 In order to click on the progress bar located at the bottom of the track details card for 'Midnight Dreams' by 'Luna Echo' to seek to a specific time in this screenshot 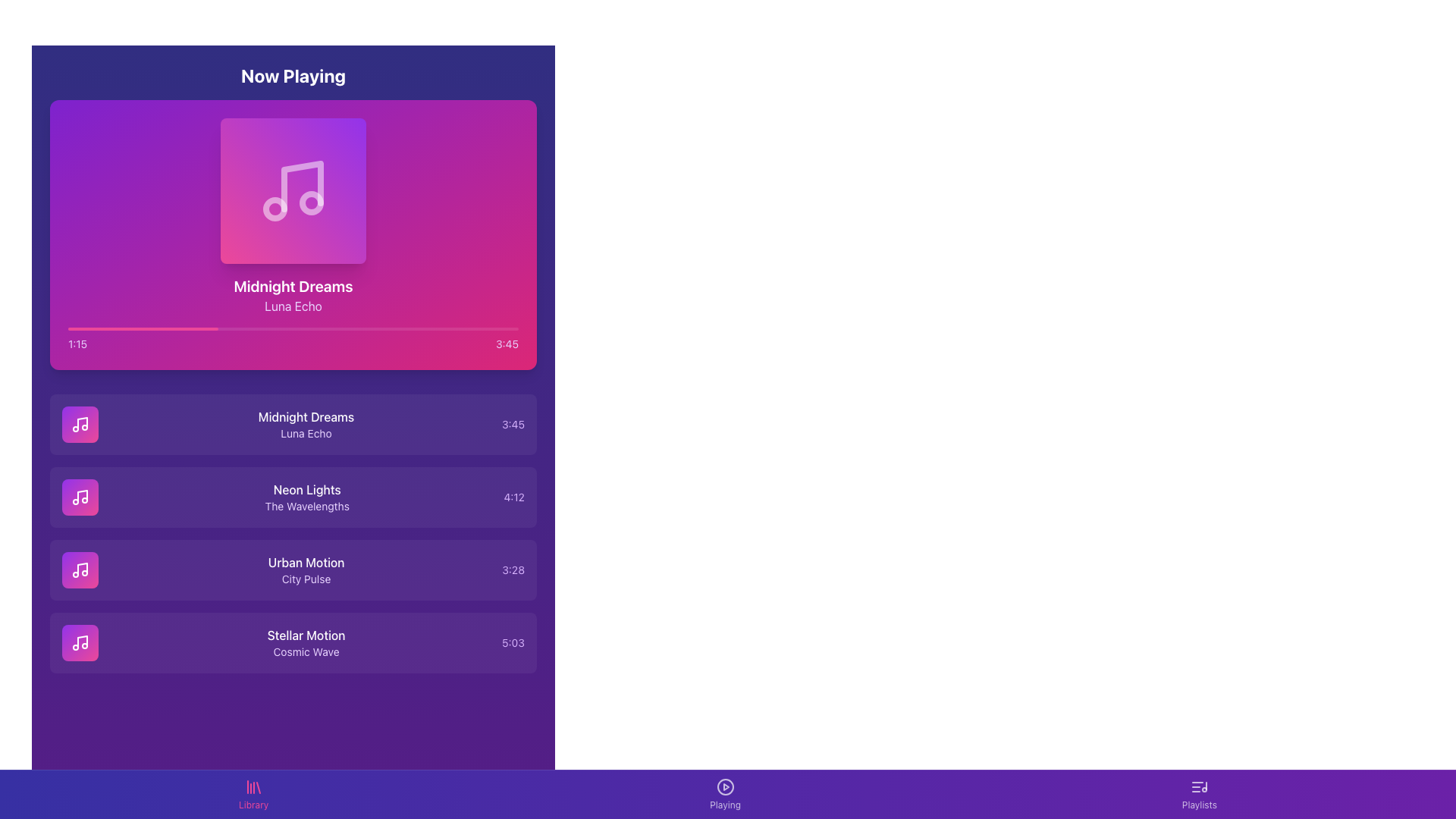, I will do `click(293, 338)`.